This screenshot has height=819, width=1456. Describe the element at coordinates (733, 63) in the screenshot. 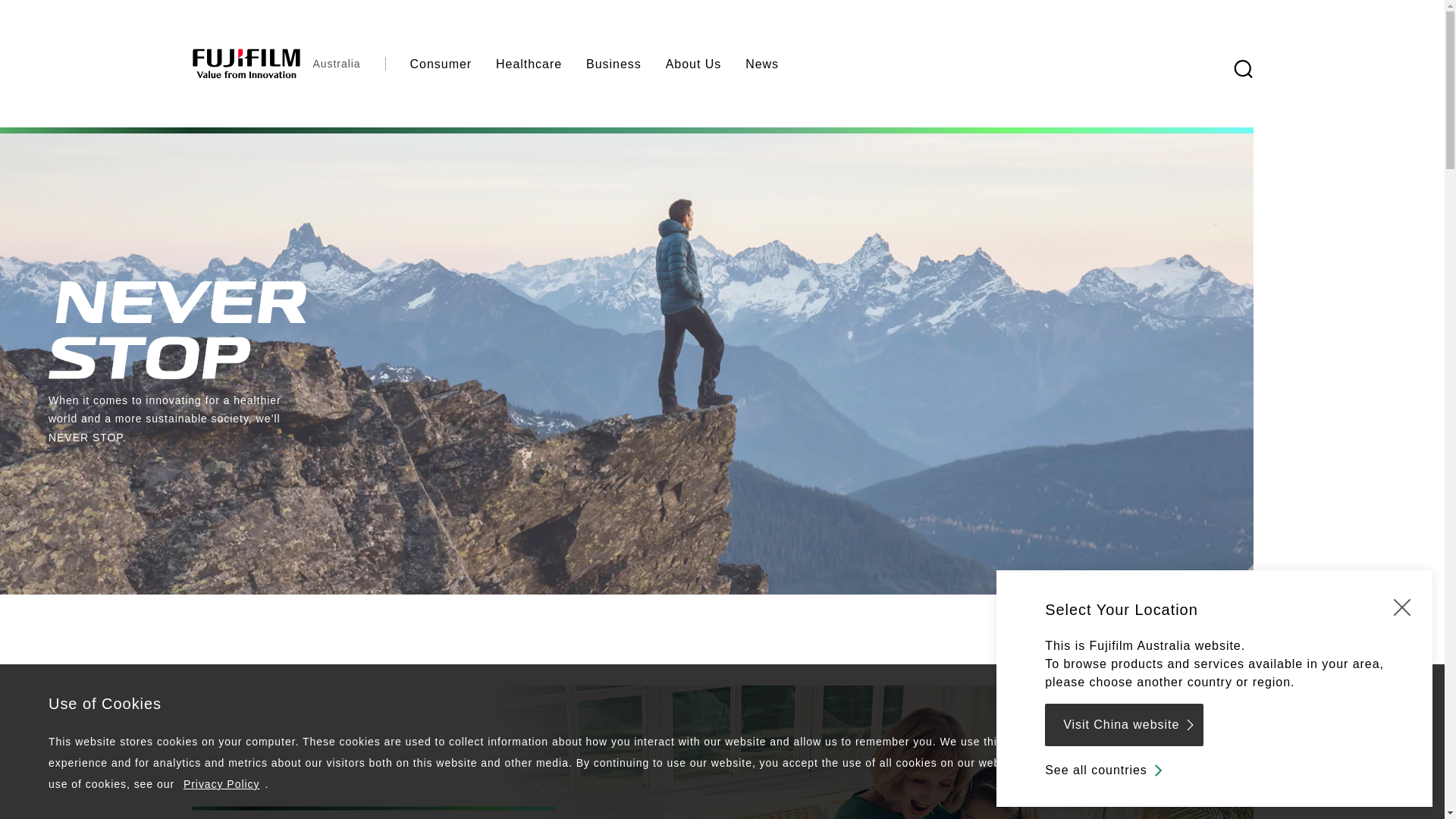

I see `'News'` at that location.